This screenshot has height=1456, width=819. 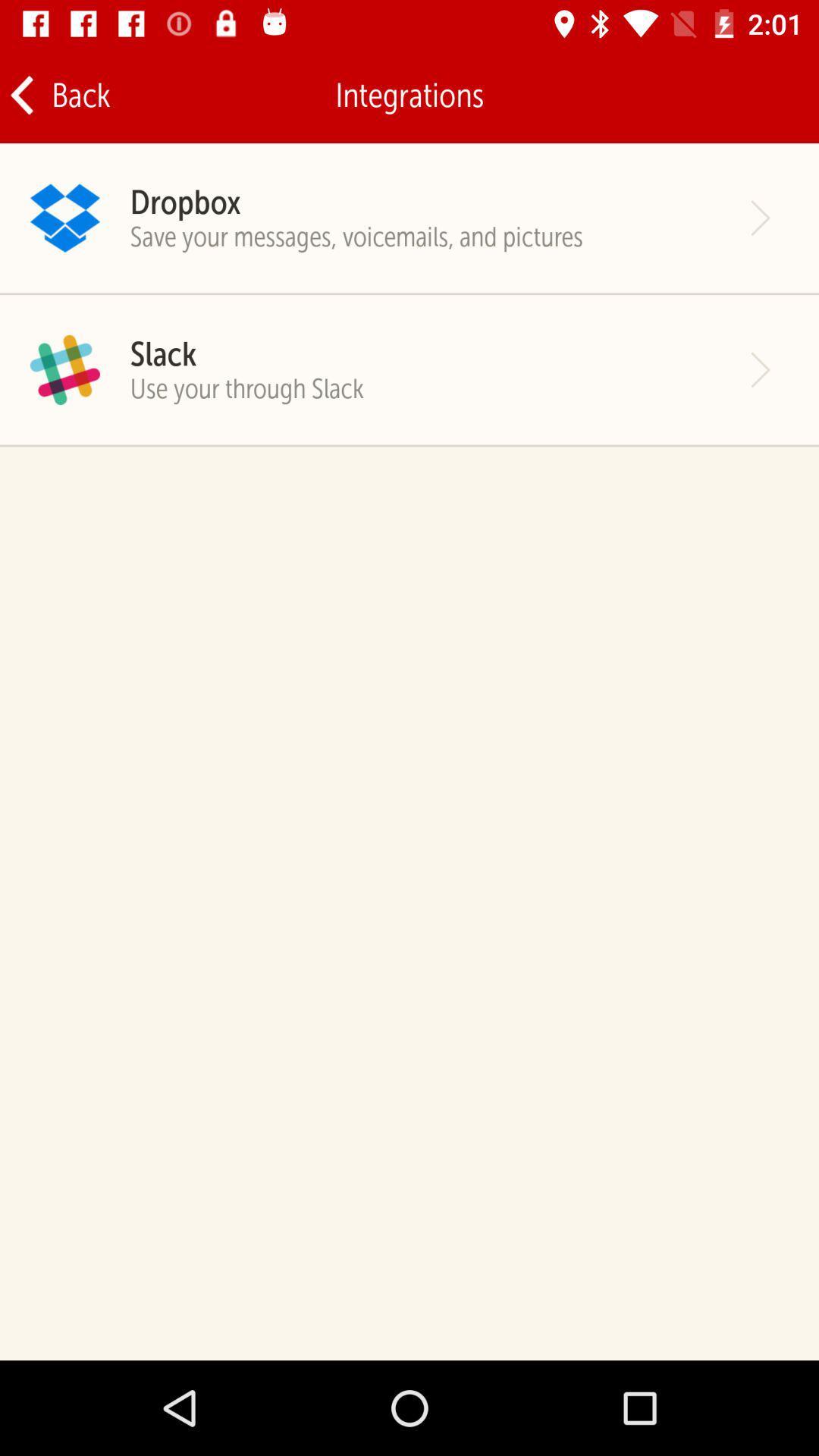 I want to click on icon below the dropbox, so click(x=356, y=236).